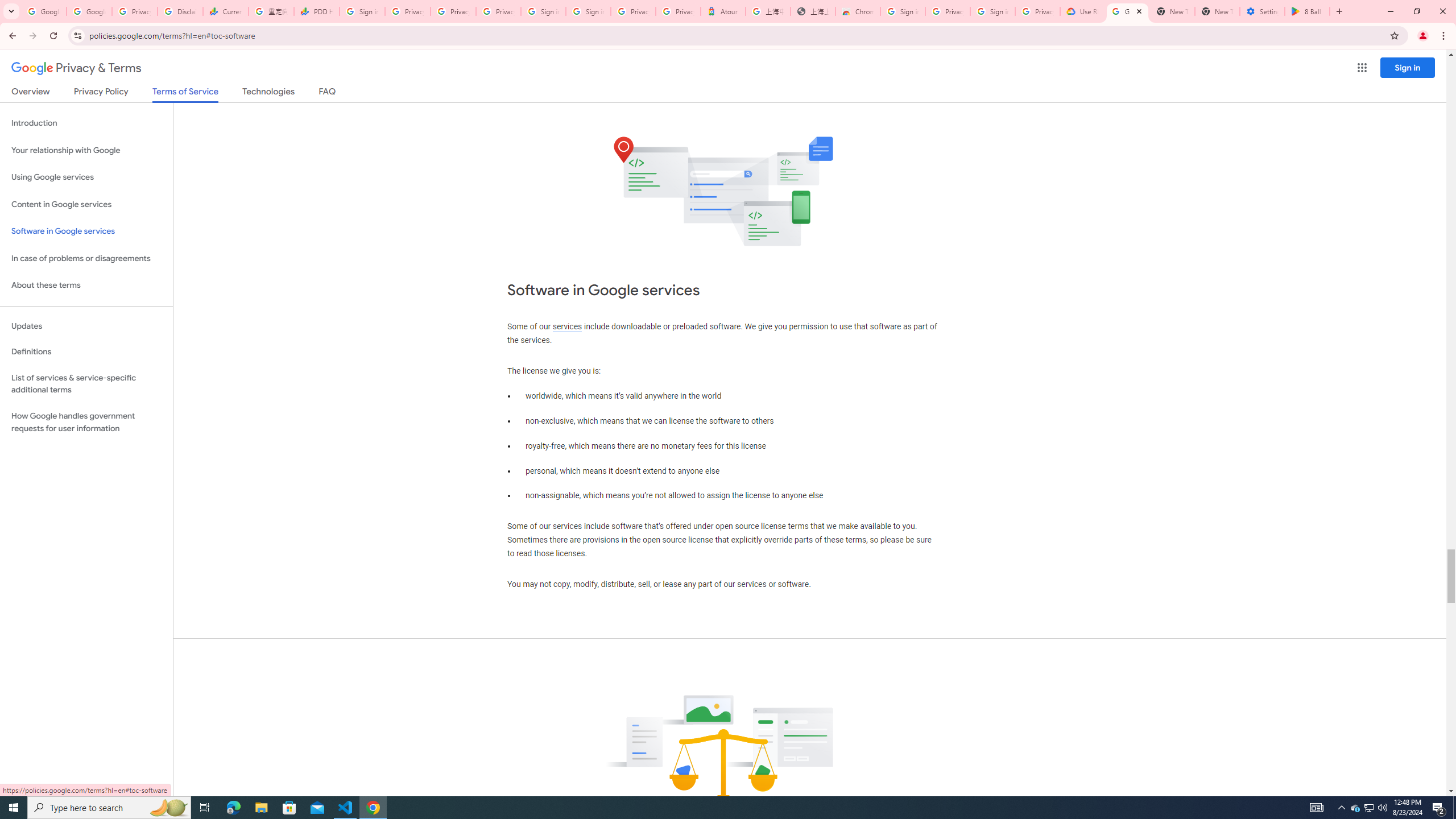  What do you see at coordinates (566, 326) in the screenshot?
I see `'services'` at bounding box center [566, 326].